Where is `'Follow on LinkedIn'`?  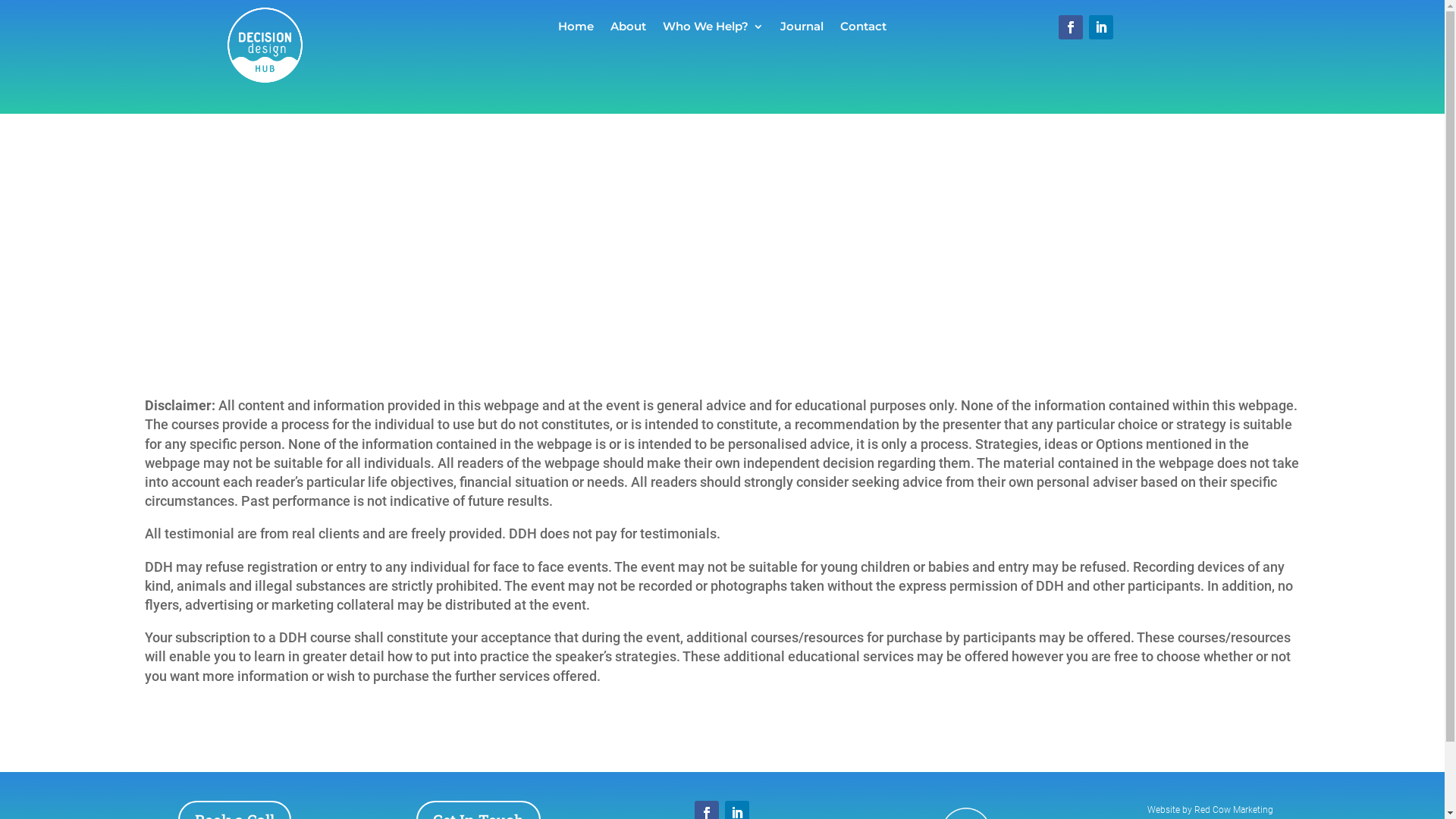 'Follow on LinkedIn' is located at coordinates (1100, 27).